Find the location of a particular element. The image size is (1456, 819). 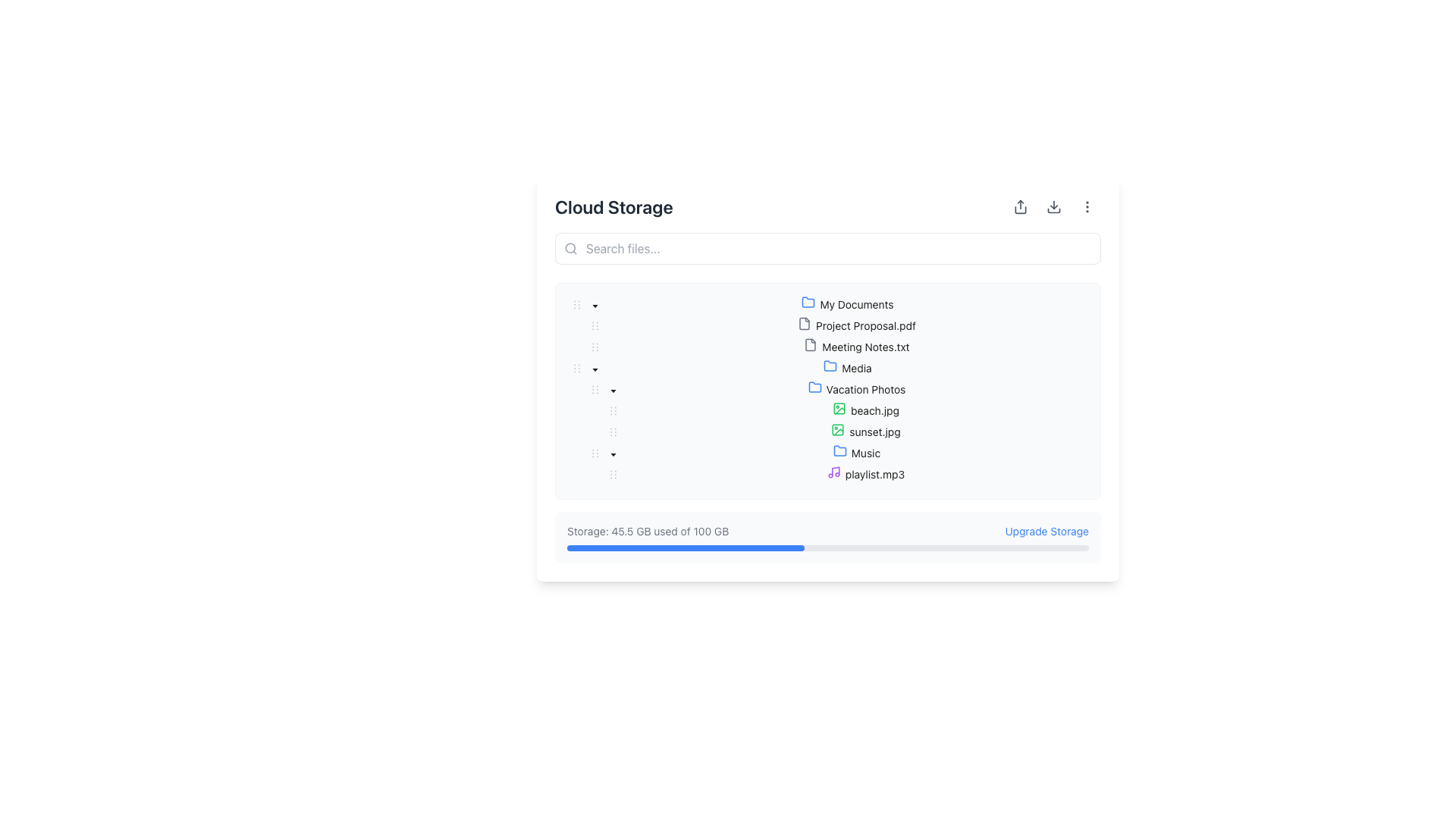

the 'Media' folder icon in the tree view, which indicates that the folder is currently open or expandable is located at coordinates (832, 369).